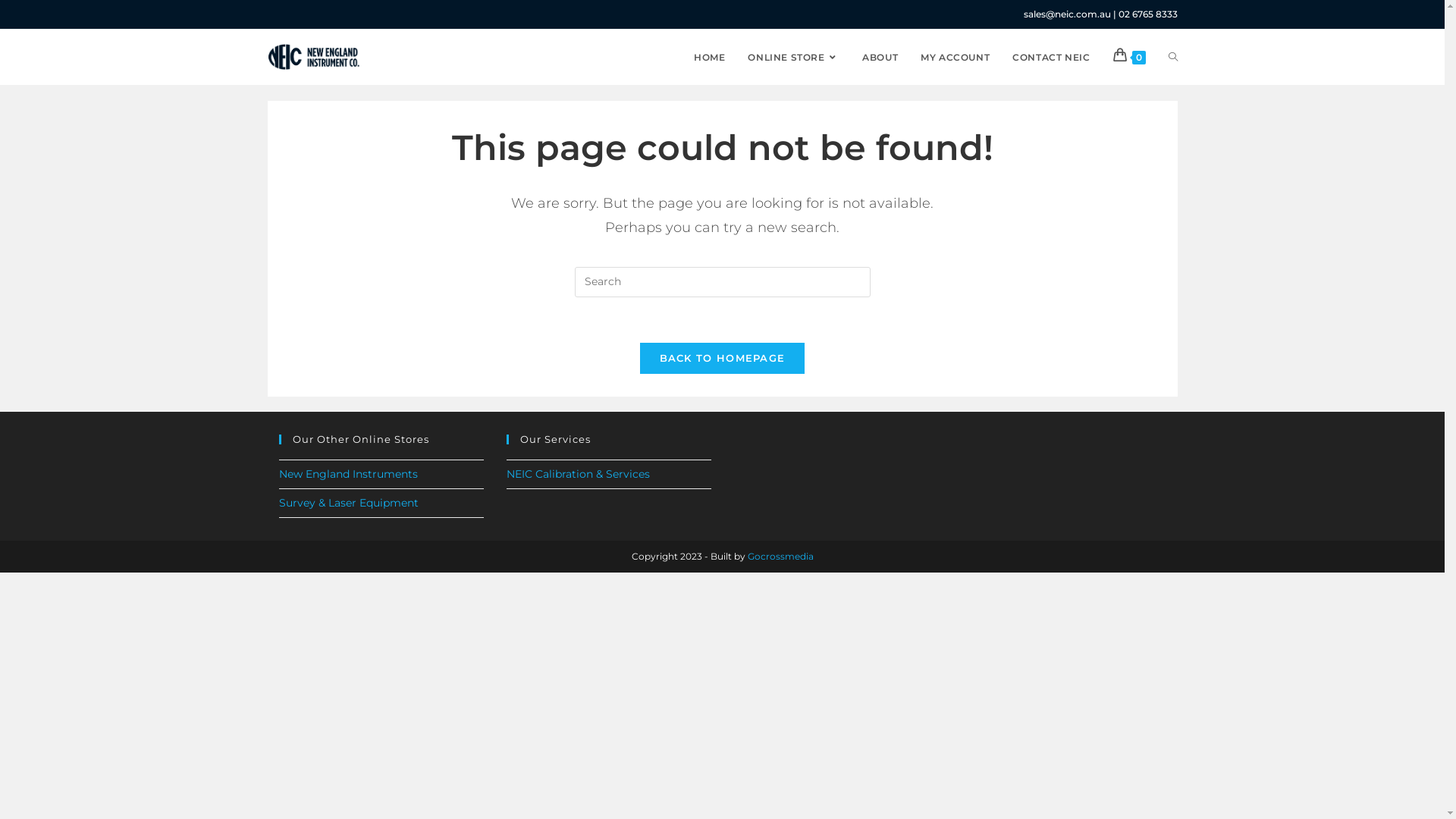 This screenshot has width=1456, height=819. I want to click on 'sales@neic.com.au', so click(1066, 14).